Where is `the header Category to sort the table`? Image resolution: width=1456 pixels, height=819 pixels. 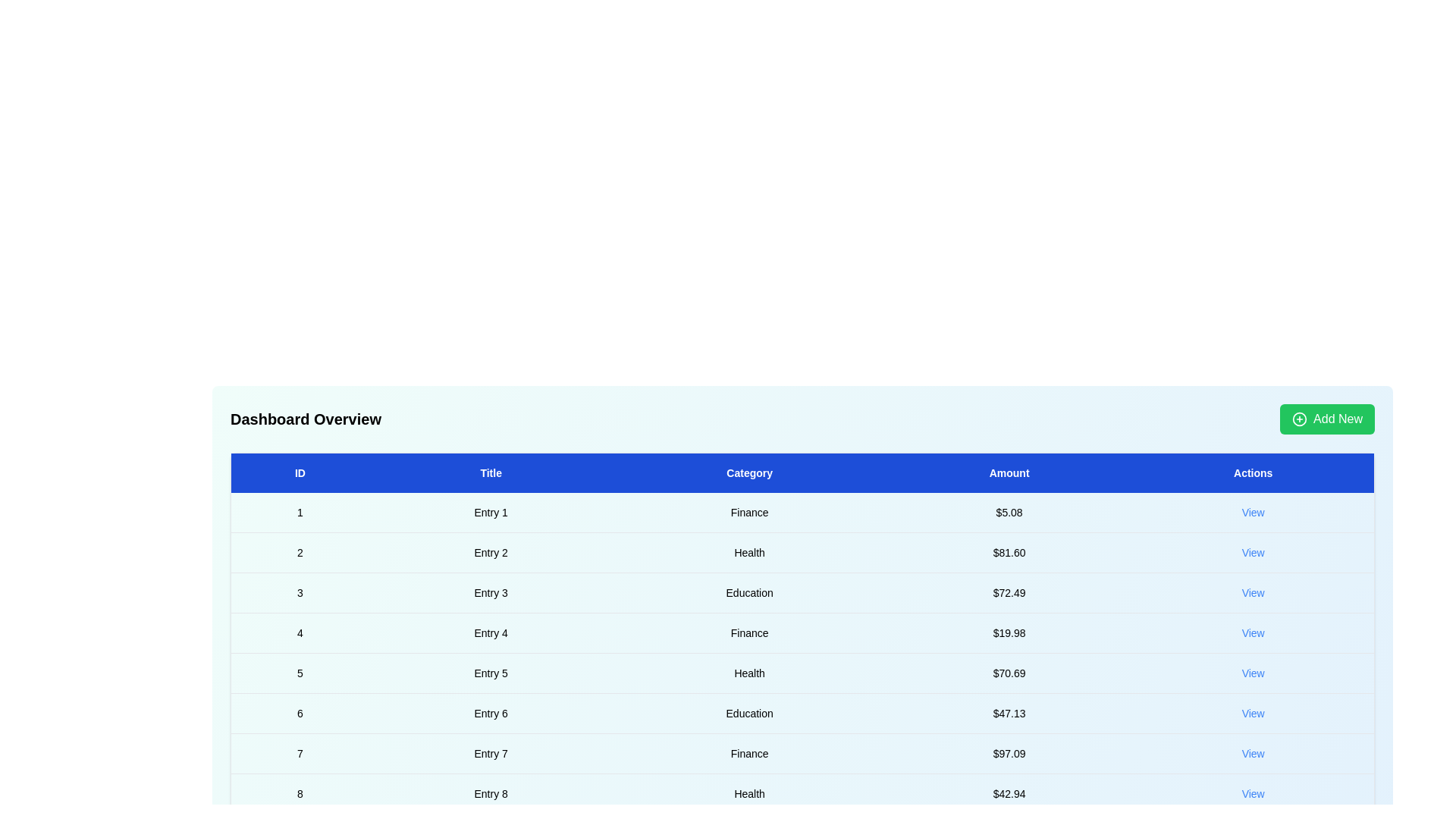 the header Category to sort the table is located at coordinates (749, 472).